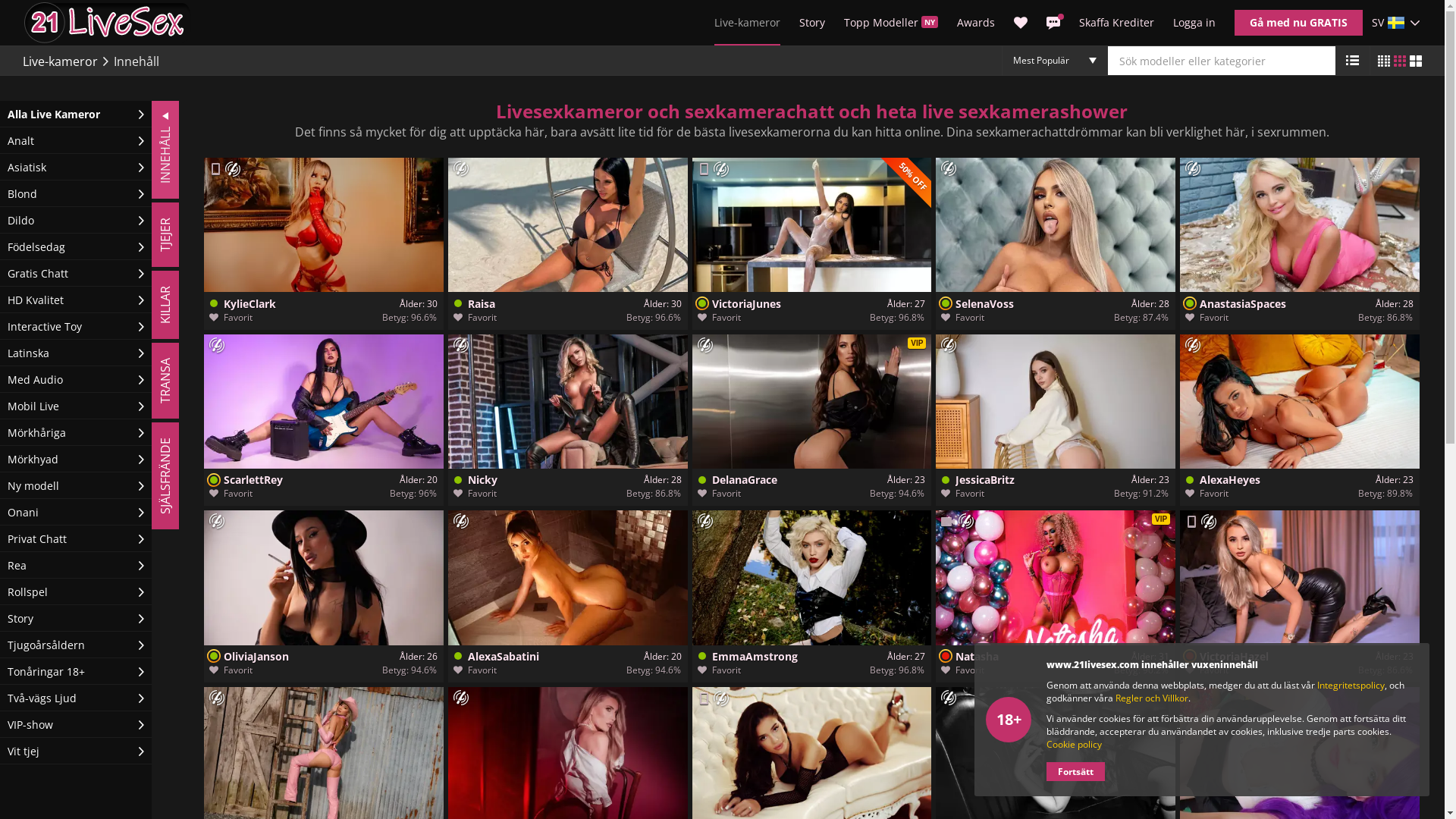 This screenshot has width=1456, height=819. What do you see at coordinates (183, 216) in the screenshot?
I see `'TJEJER'` at bounding box center [183, 216].